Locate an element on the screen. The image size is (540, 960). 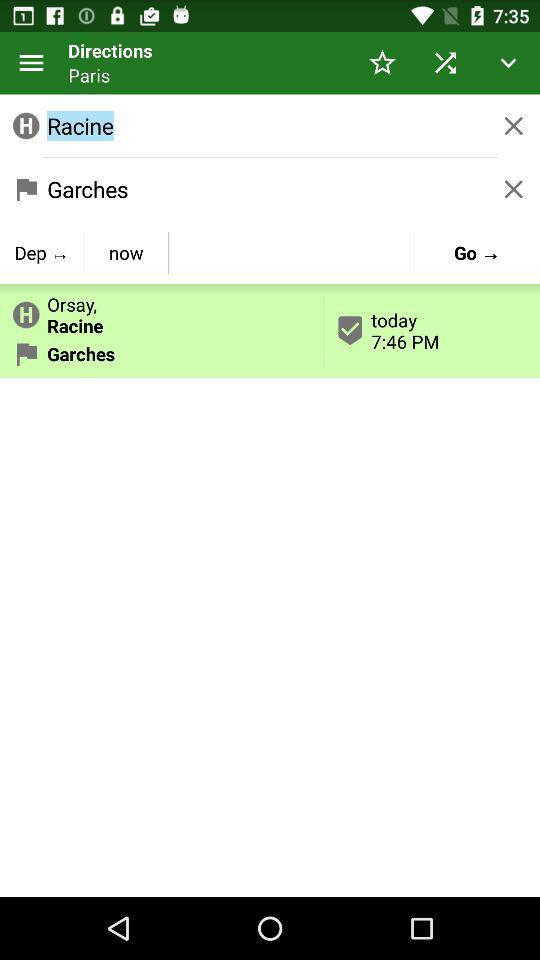
the item below garches item is located at coordinates (126, 251).